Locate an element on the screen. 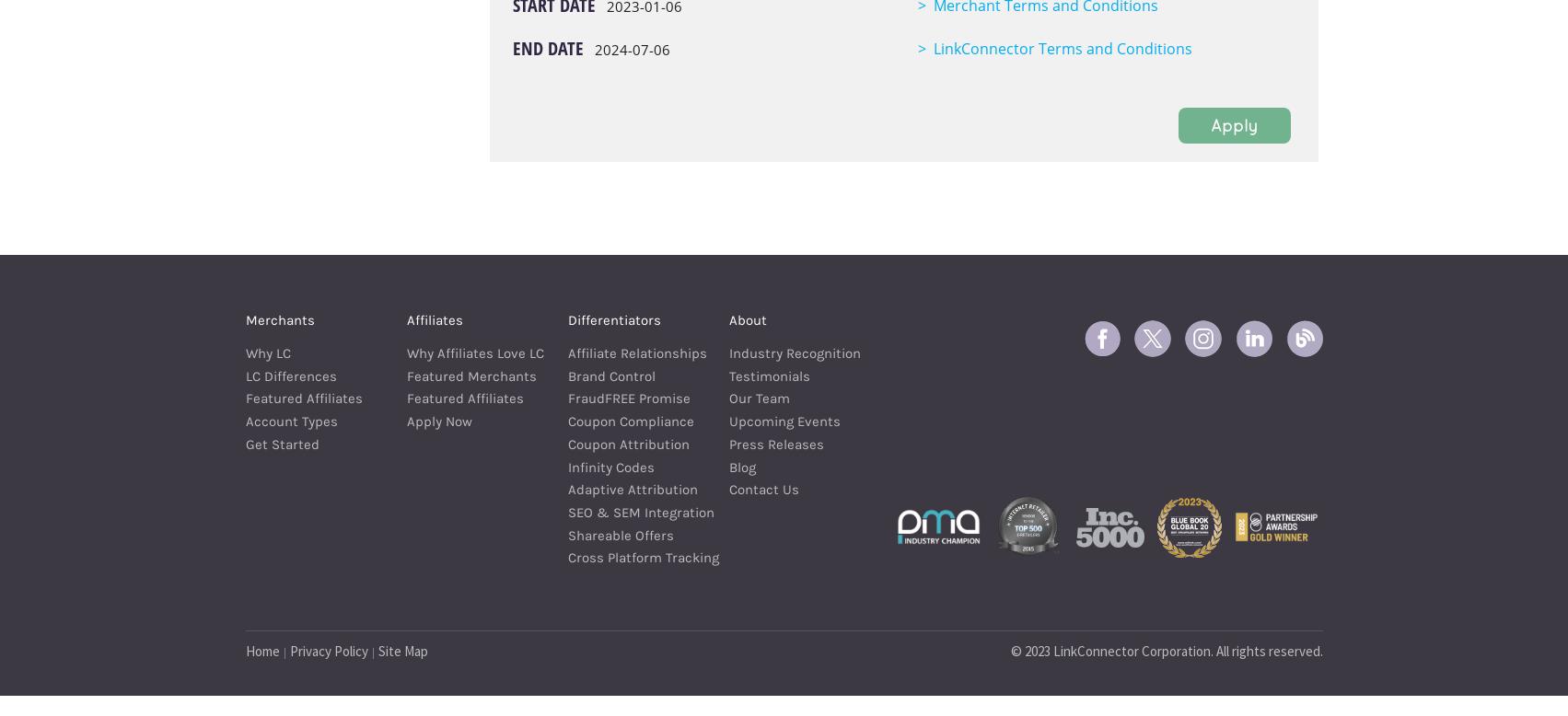 This screenshot has height=716, width=1568. 'Adaptive Attribution' is located at coordinates (632, 489).